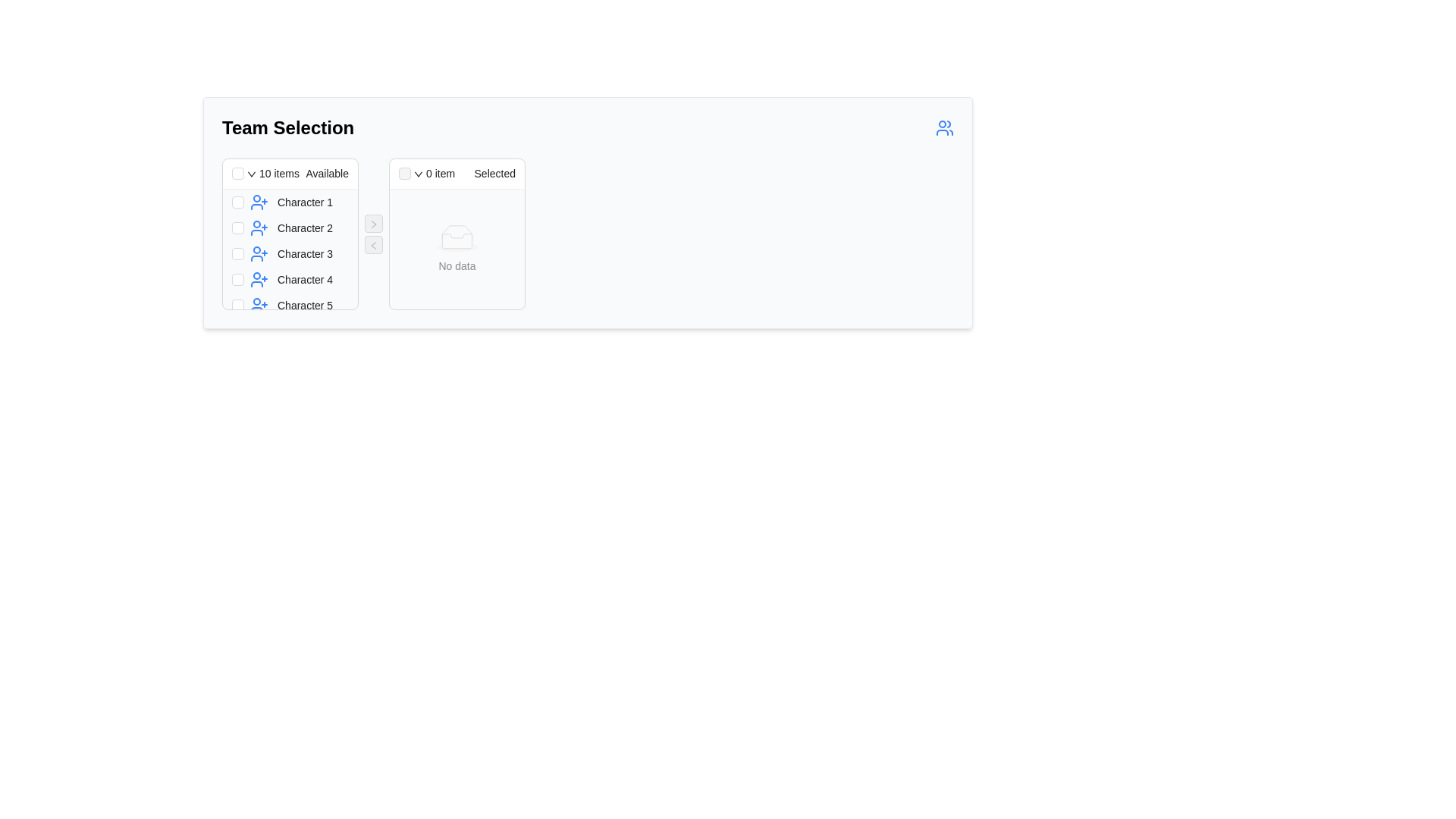 The width and height of the screenshot is (1456, 819). Describe the element at coordinates (290, 227) in the screenshot. I see `the second selectable list item in the '10 items Available' panel` at that location.